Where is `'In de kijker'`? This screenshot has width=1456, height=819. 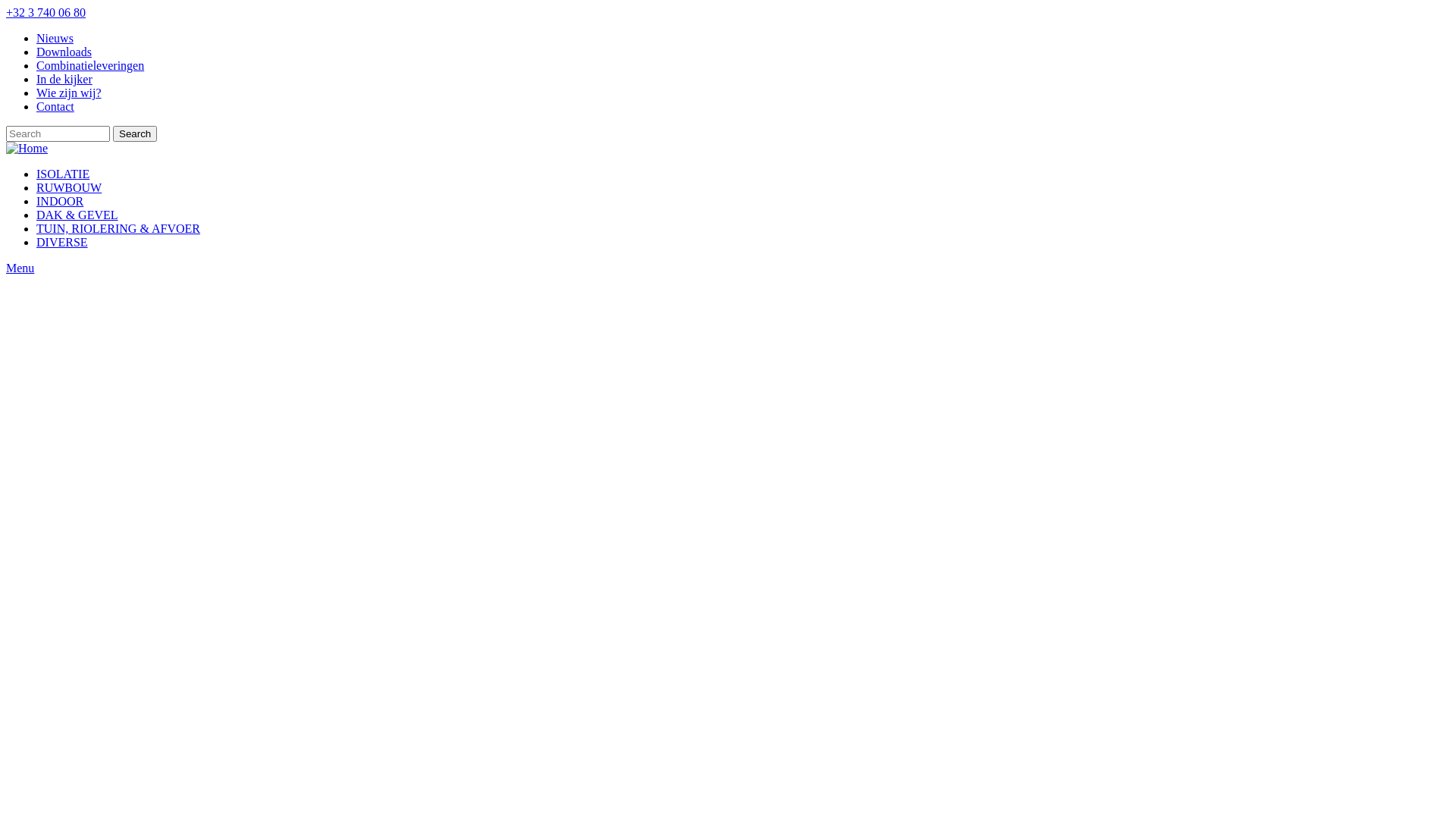 'In de kijker' is located at coordinates (36, 79).